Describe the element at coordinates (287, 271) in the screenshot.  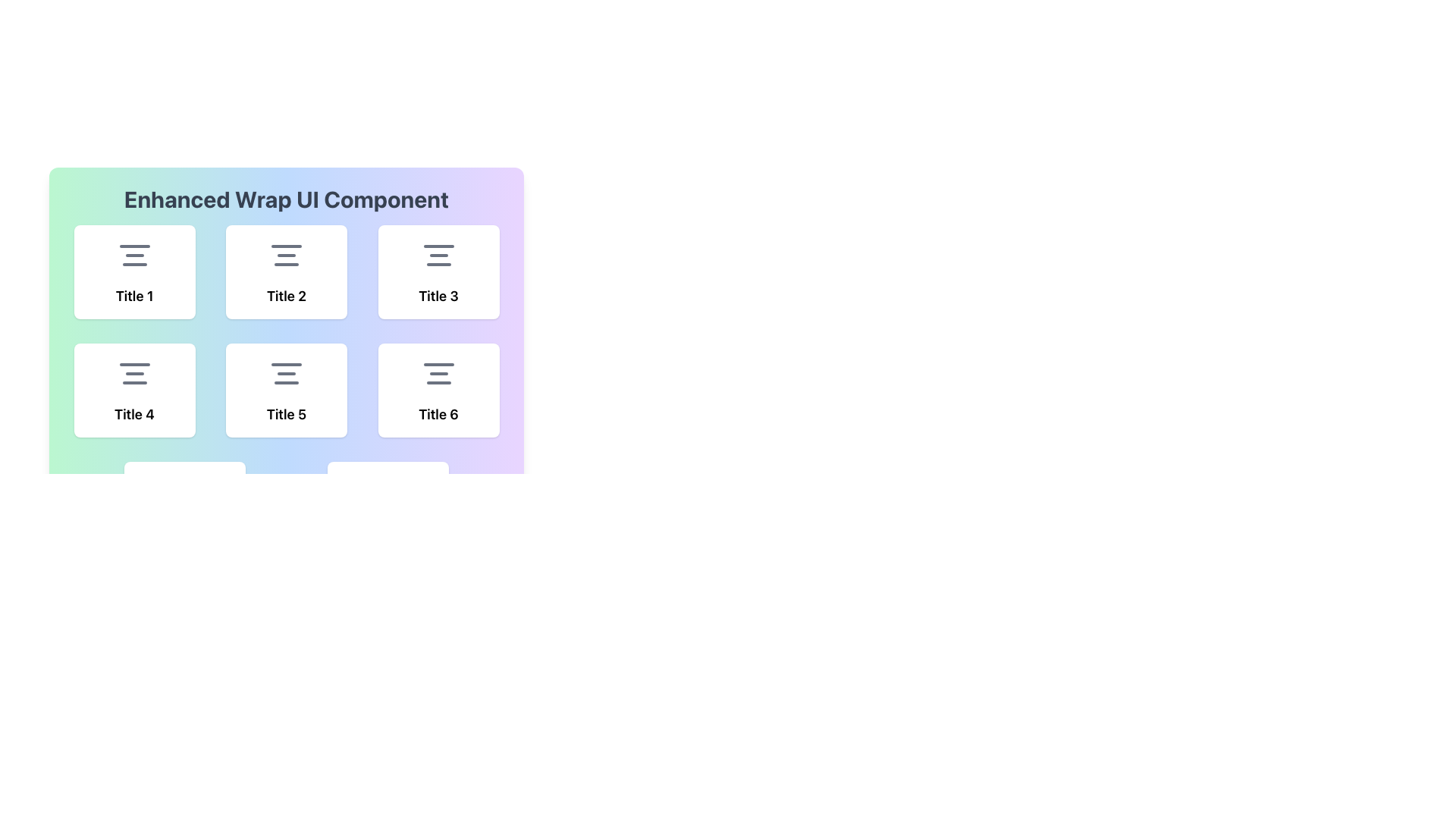
I see `the second card button located` at that location.